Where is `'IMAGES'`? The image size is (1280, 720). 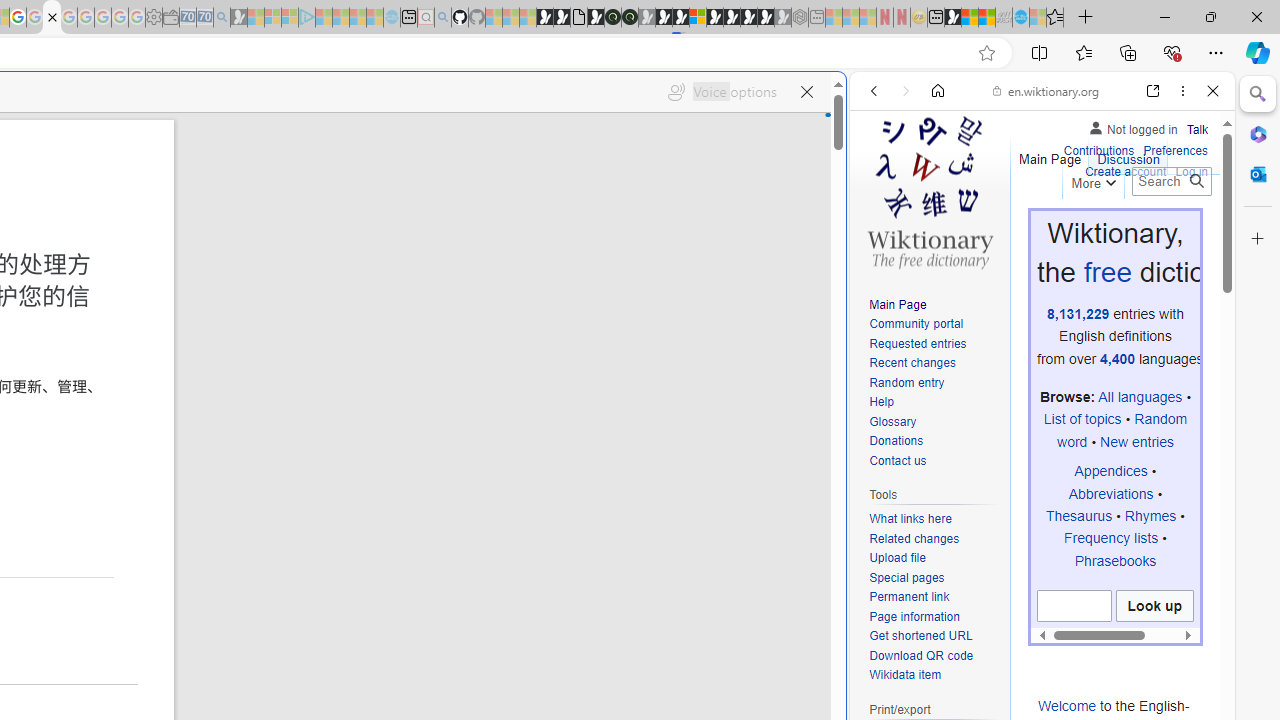
'IMAGES' is located at coordinates (939, 227).